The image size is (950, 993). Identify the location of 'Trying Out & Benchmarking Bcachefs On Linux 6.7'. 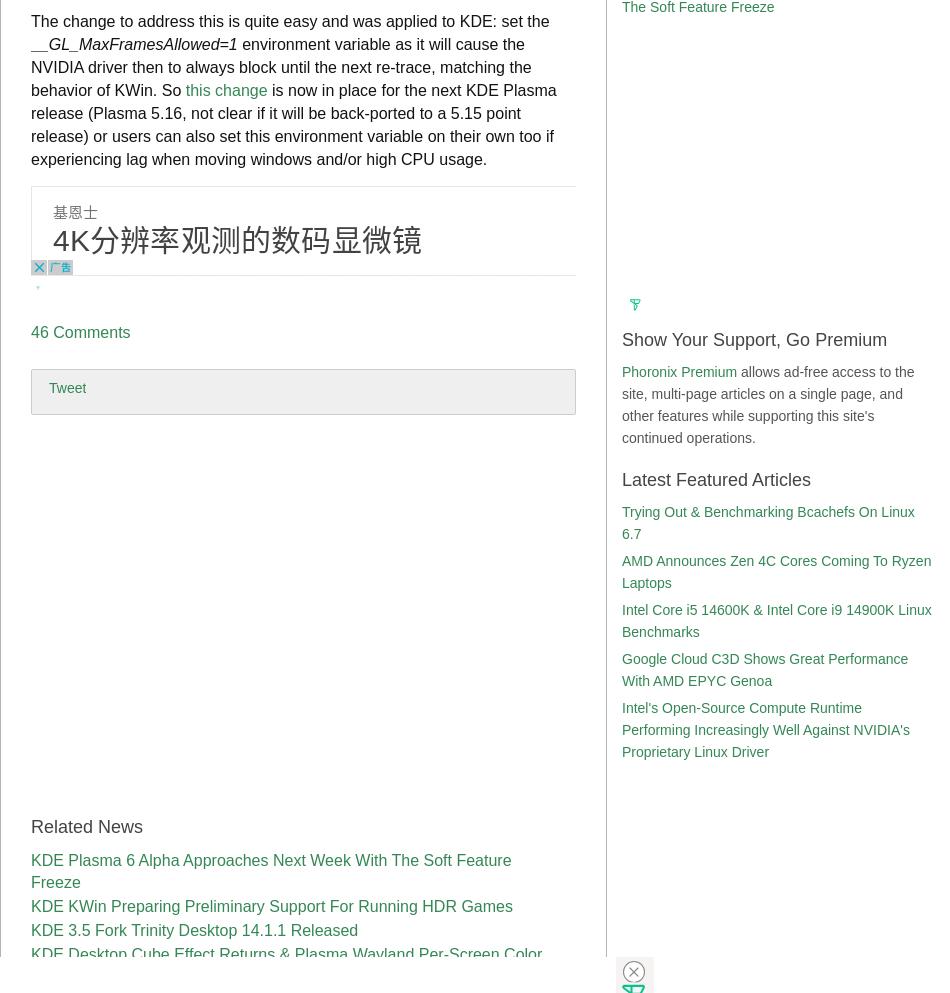
(766, 523).